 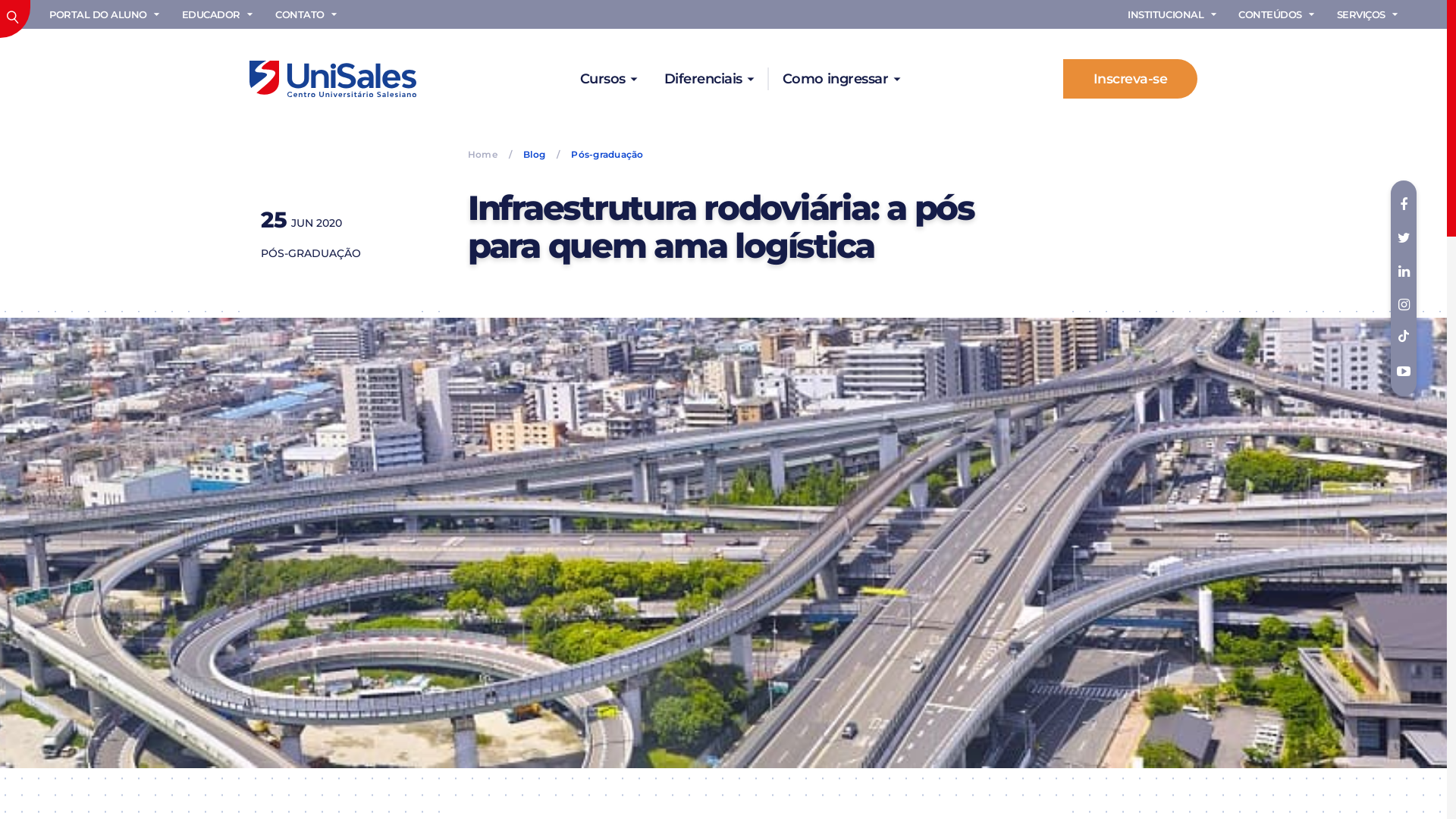 I want to click on 'Blog', so click(x=534, y=155).